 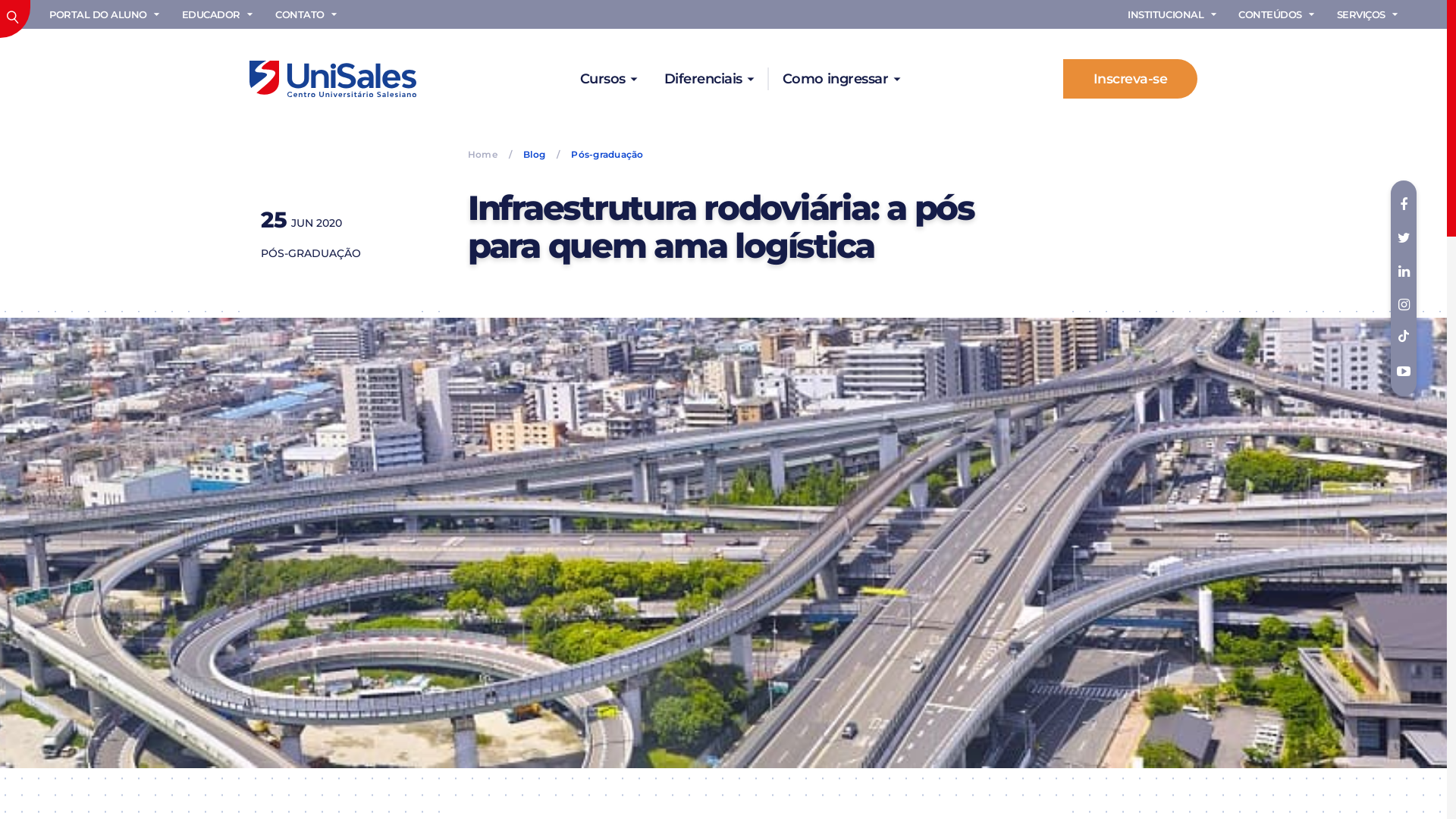 I want to click on 'Blog', so click(x=534, y=155).